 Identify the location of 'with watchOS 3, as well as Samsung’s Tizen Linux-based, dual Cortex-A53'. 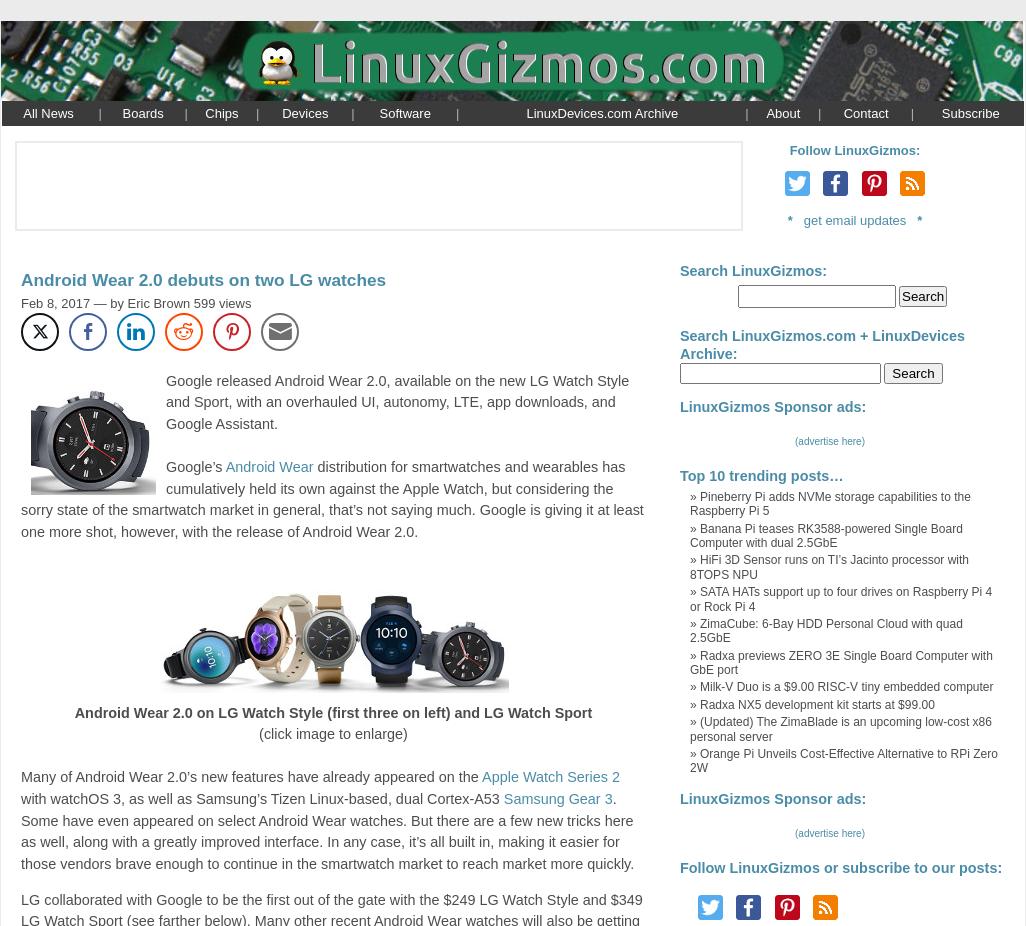
(261, 799).